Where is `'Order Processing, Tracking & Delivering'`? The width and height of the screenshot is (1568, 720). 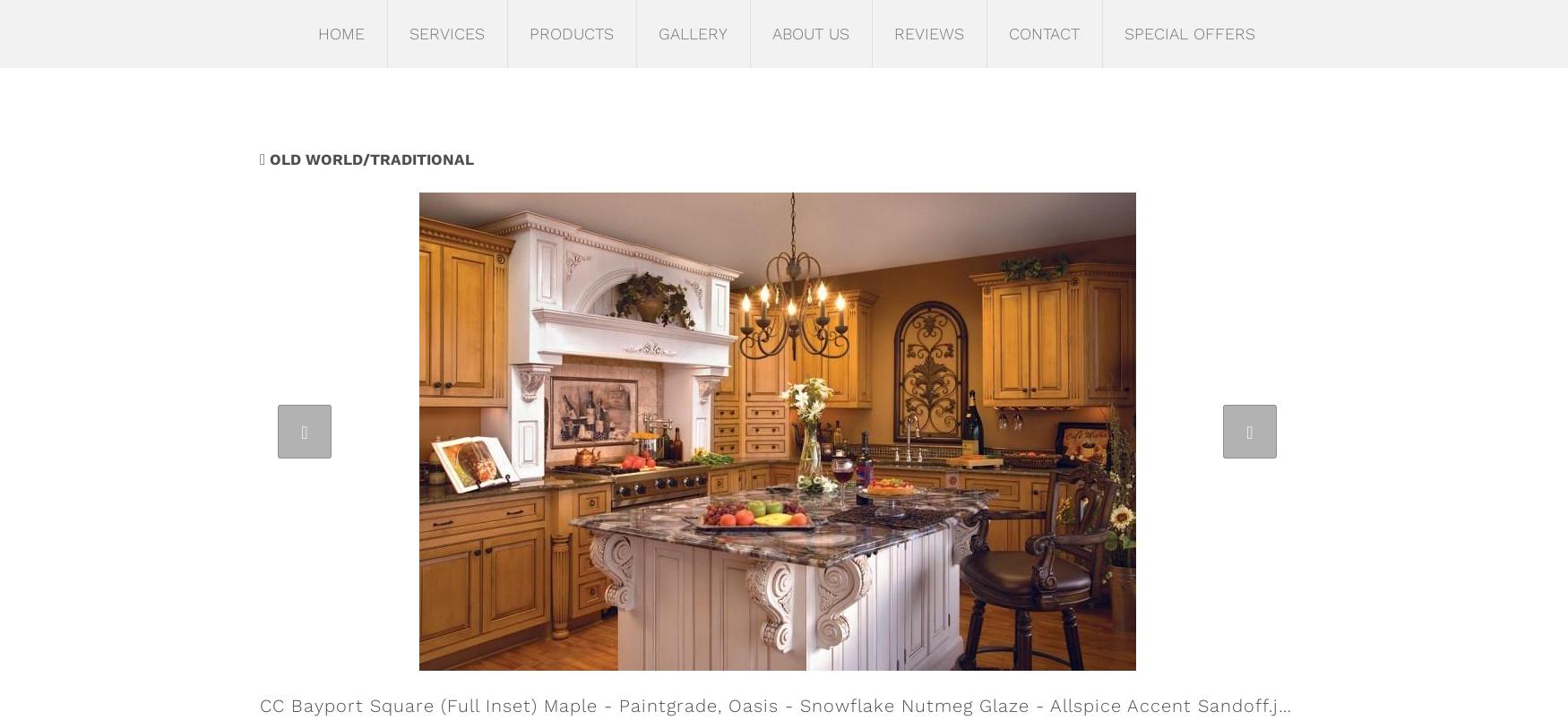
'Order Processing, Tracking & Delivering' is located at coordinates (474, 141).